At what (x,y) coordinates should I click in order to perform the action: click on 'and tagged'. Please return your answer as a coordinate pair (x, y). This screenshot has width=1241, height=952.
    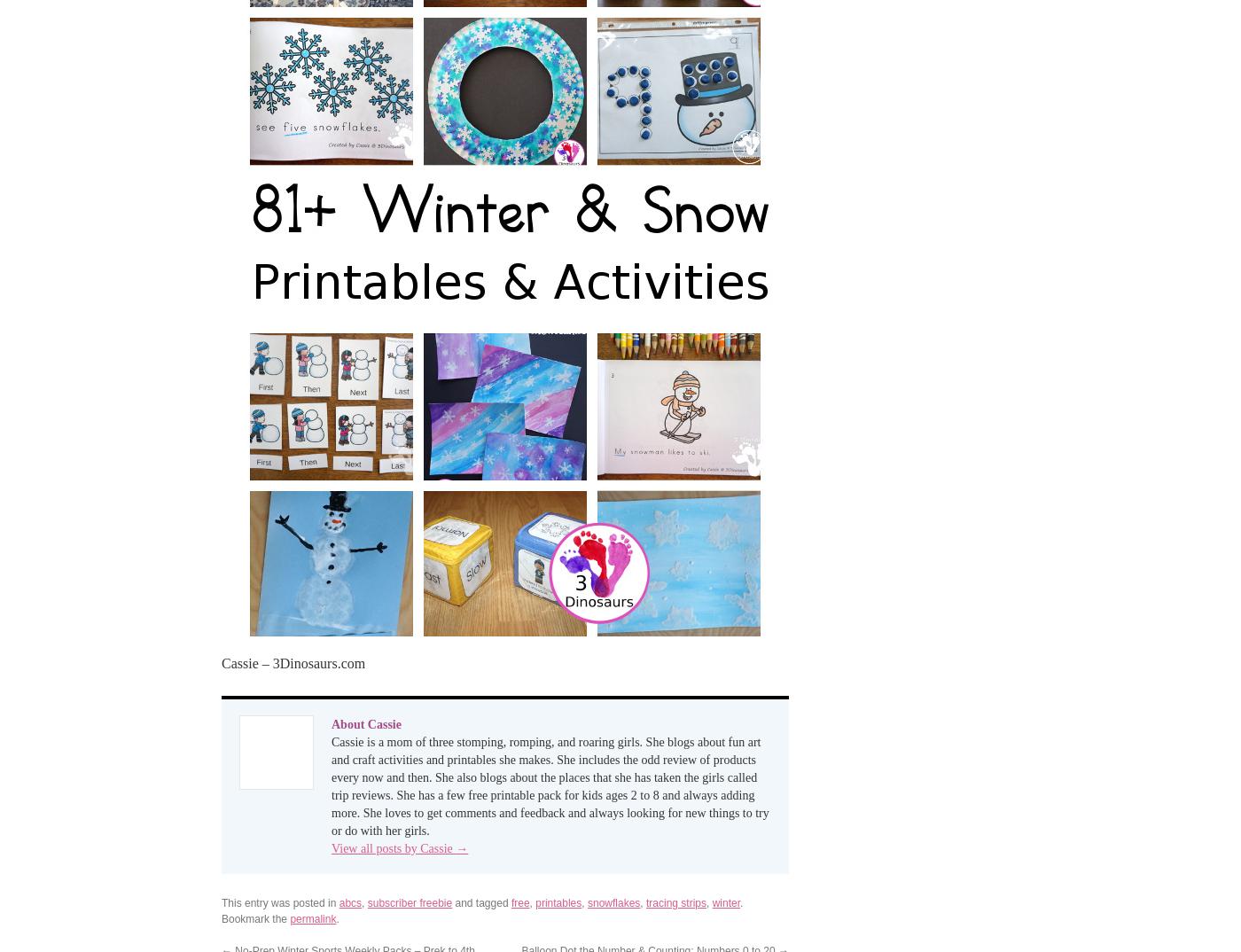
    Looking at the image, I should click on (481, 901).